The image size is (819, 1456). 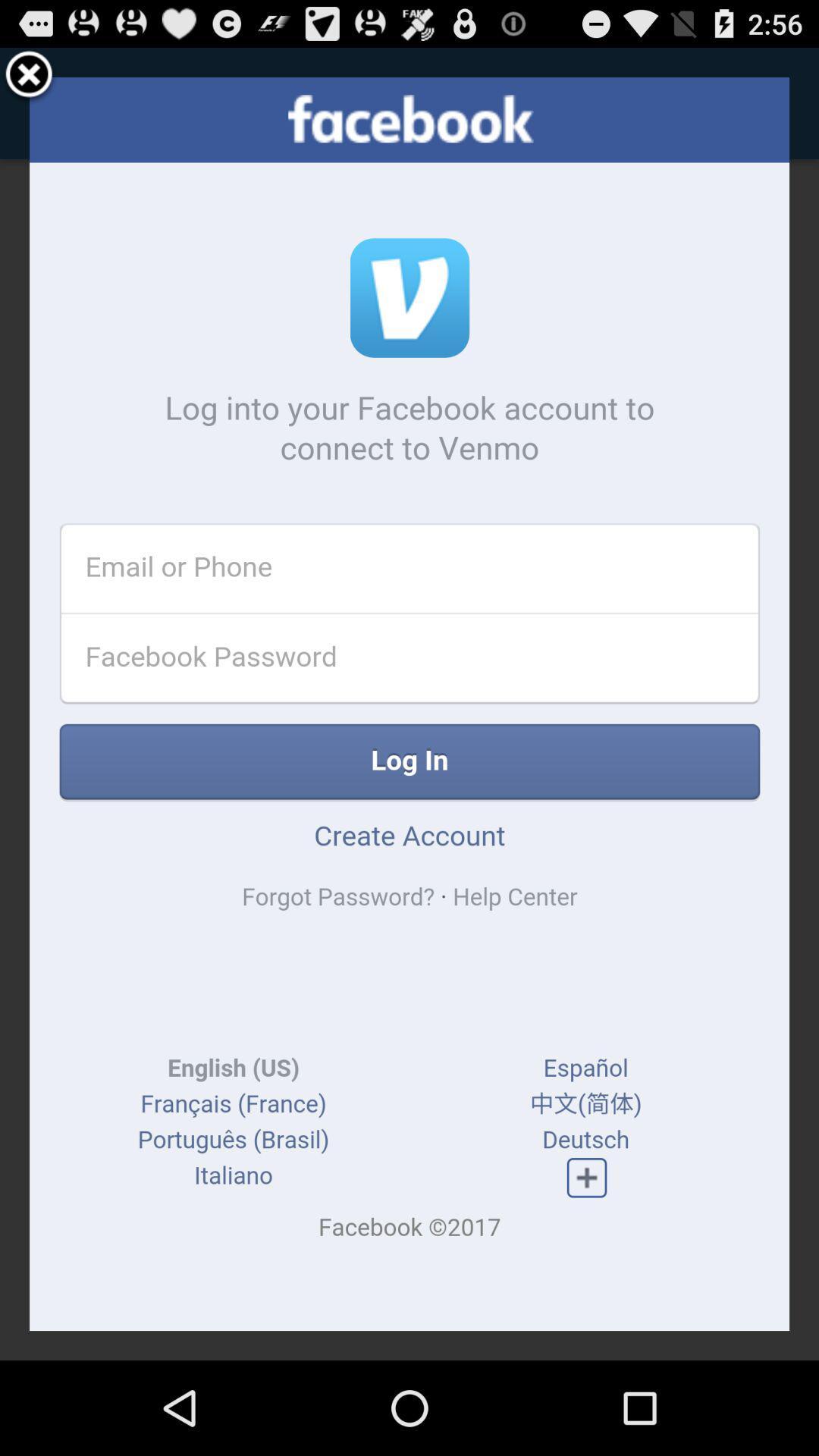 What do you see at coordinates (29, 81) in the screenshot?
I see `the close icon` at bounding box center [29, 81].